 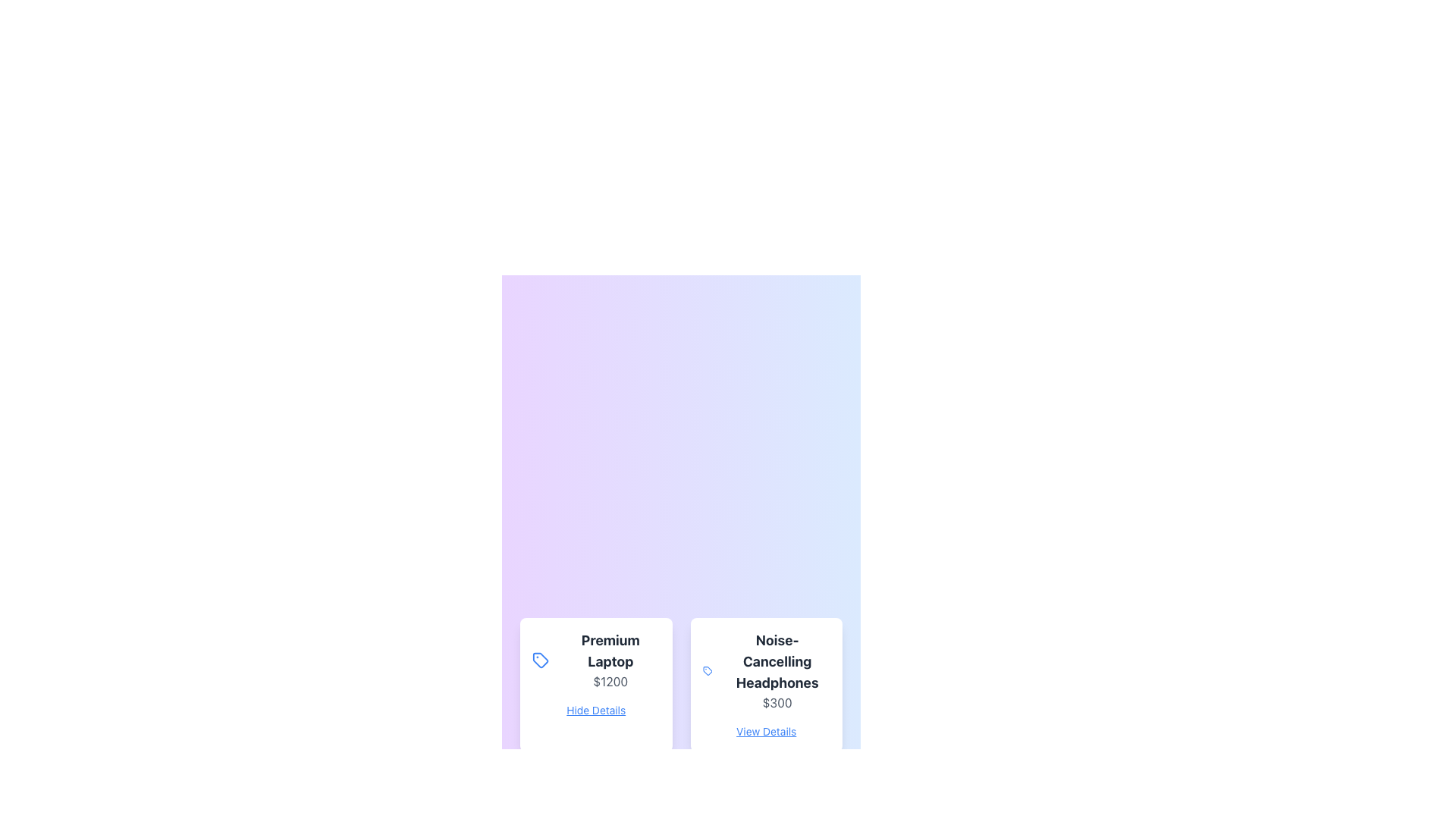 What do you see at coordinates (541, 659) in the screenshot?
I see `the blue tag-shaped icon located to the left of the 'Premium Laptop' text within the card element displaying the price '$1200'` at bounding box center [541, 659].